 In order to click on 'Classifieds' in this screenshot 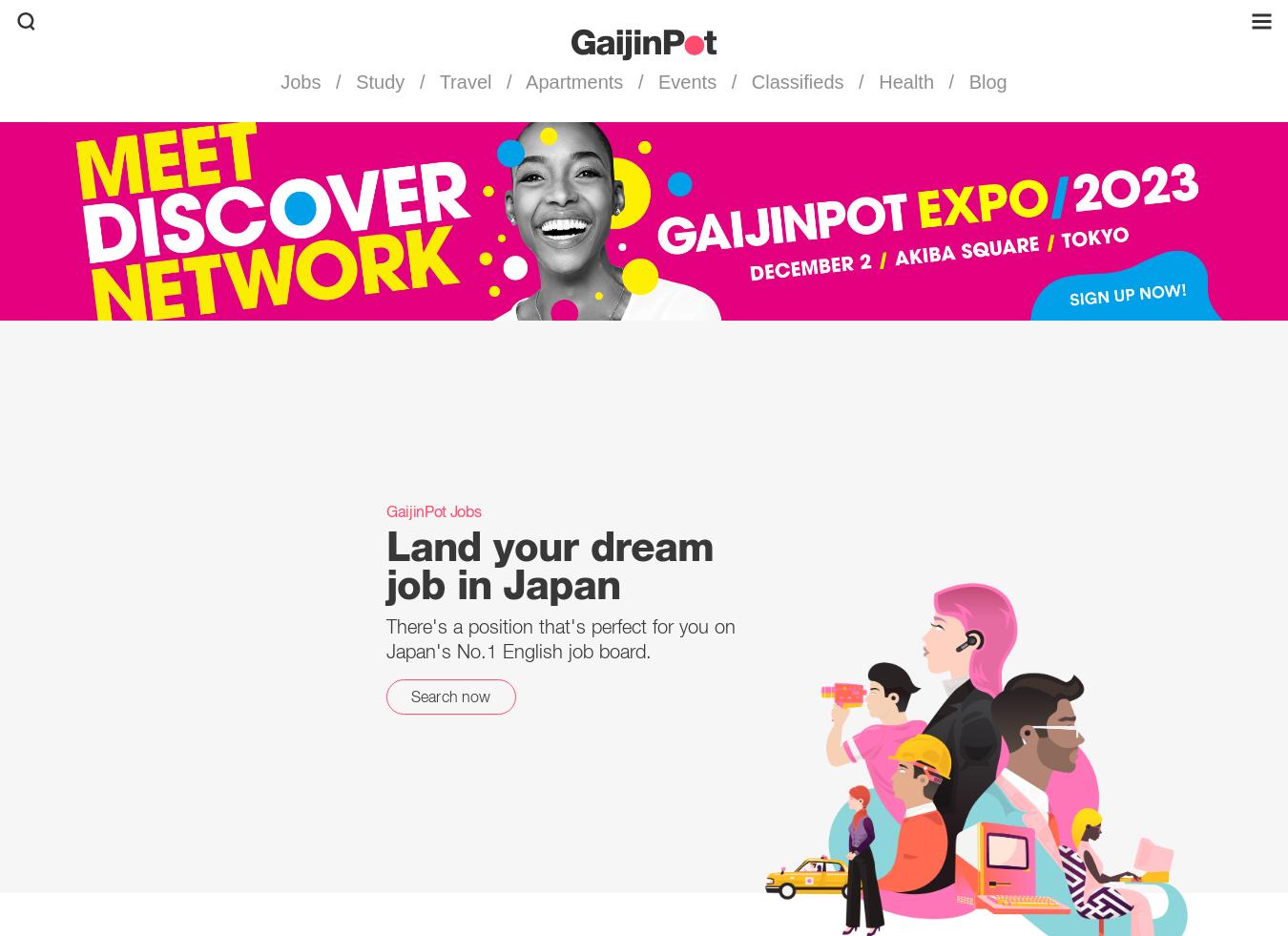, I will do `click(798, 81)`.